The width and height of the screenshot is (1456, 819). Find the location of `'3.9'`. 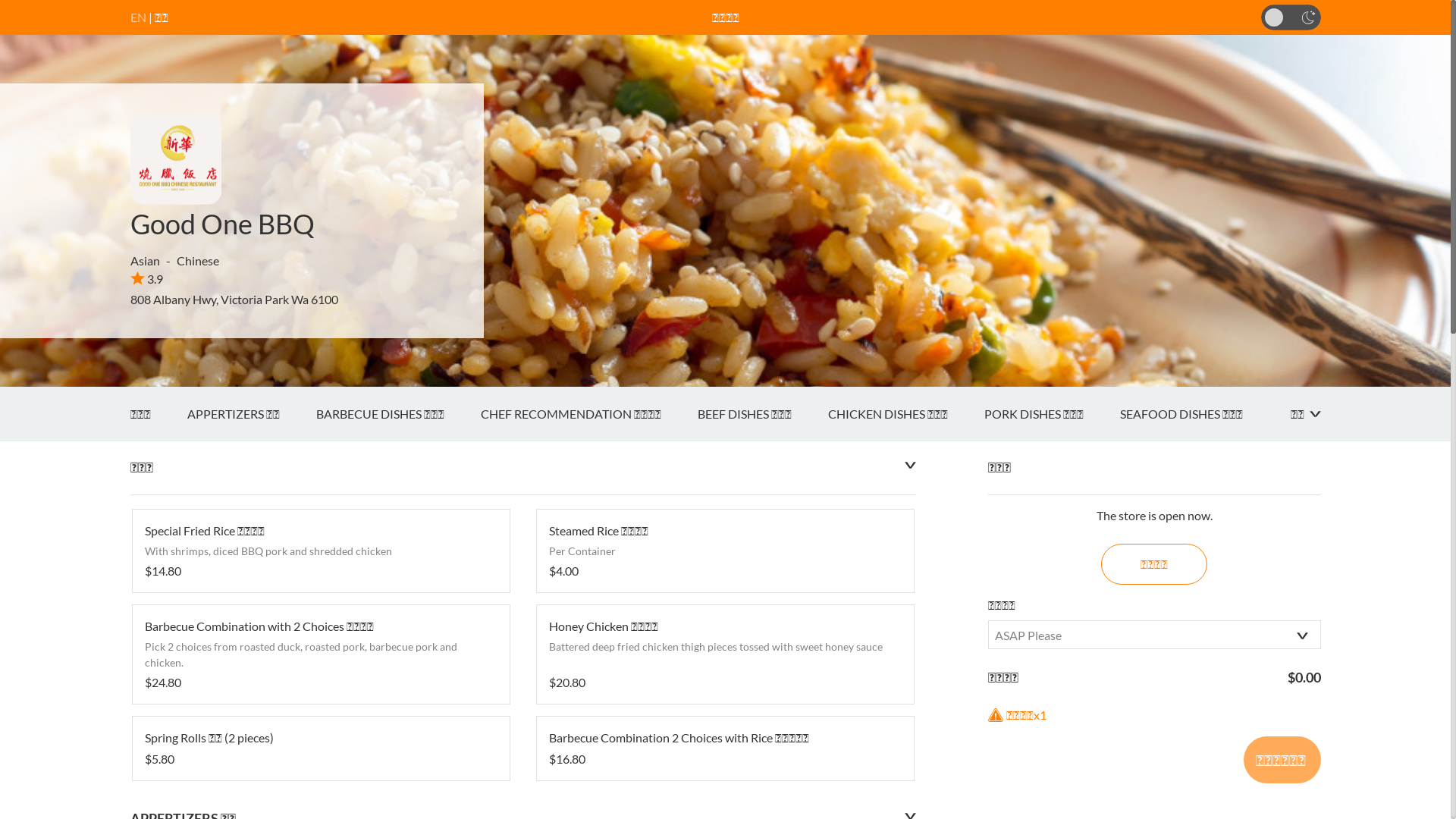

'3.9' is located at coordinates (146, 278).